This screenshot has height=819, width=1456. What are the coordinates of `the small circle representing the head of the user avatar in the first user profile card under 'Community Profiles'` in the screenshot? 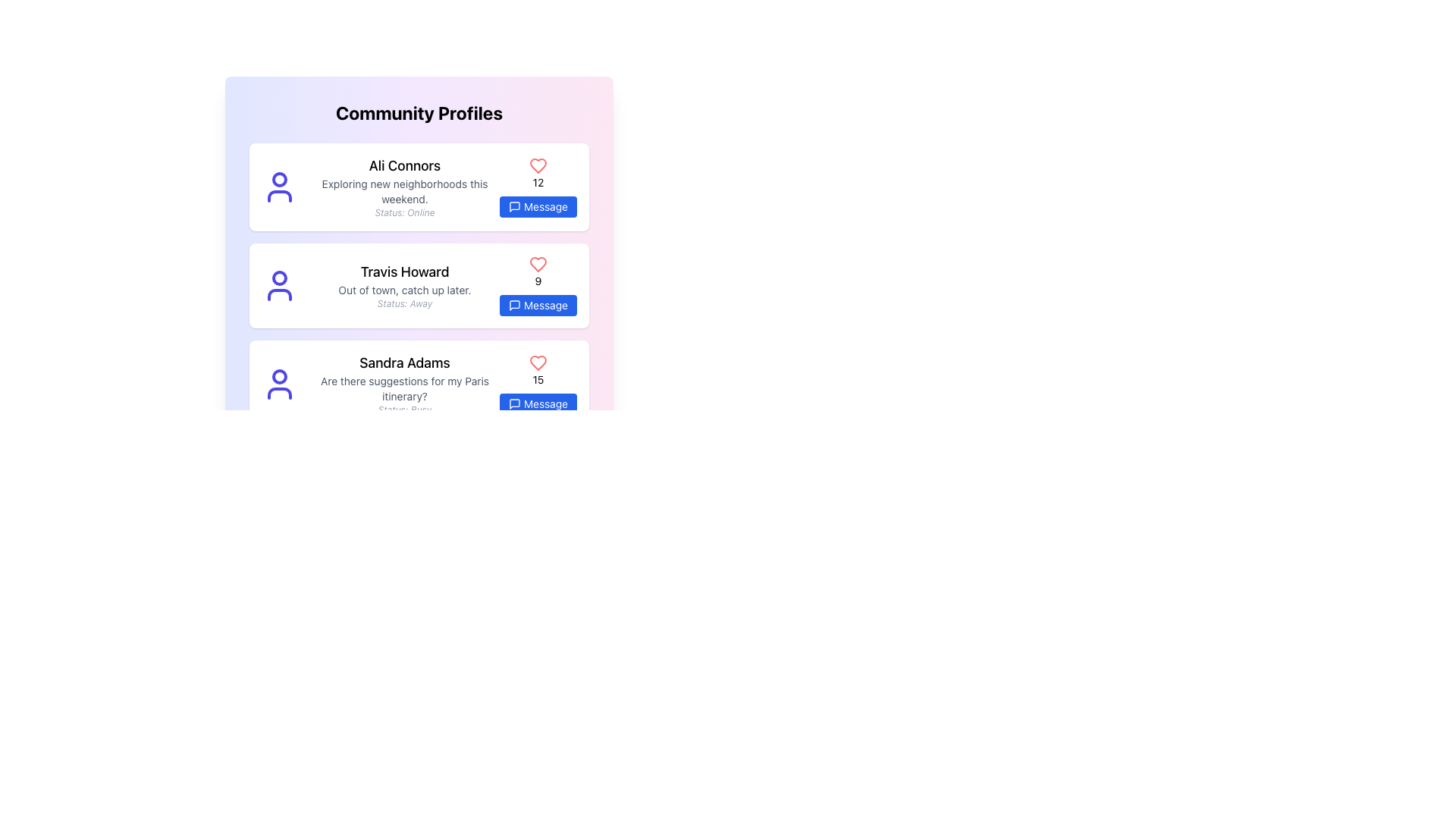 It's located at (280, 178).